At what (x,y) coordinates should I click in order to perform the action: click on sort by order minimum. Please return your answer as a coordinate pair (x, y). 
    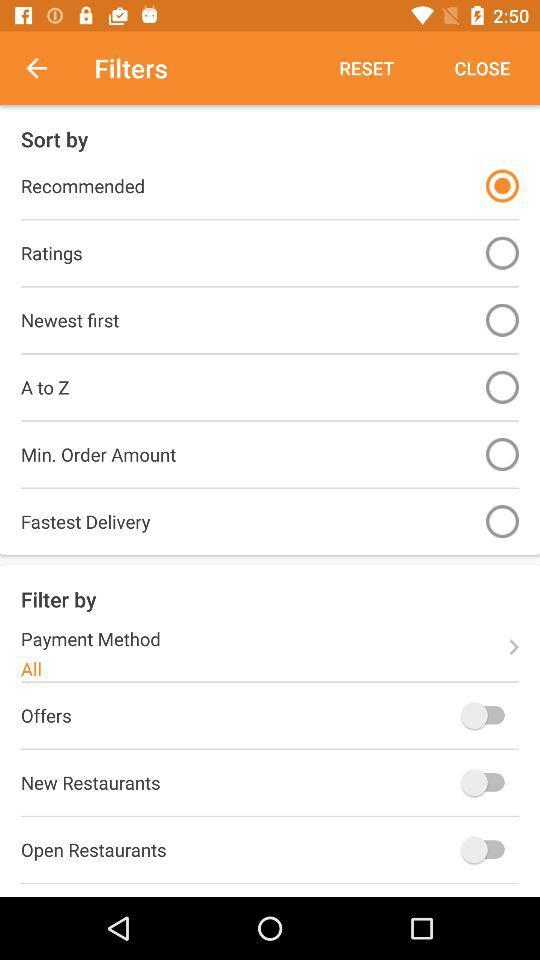
    Looking at the image, I should click on (501, 454).